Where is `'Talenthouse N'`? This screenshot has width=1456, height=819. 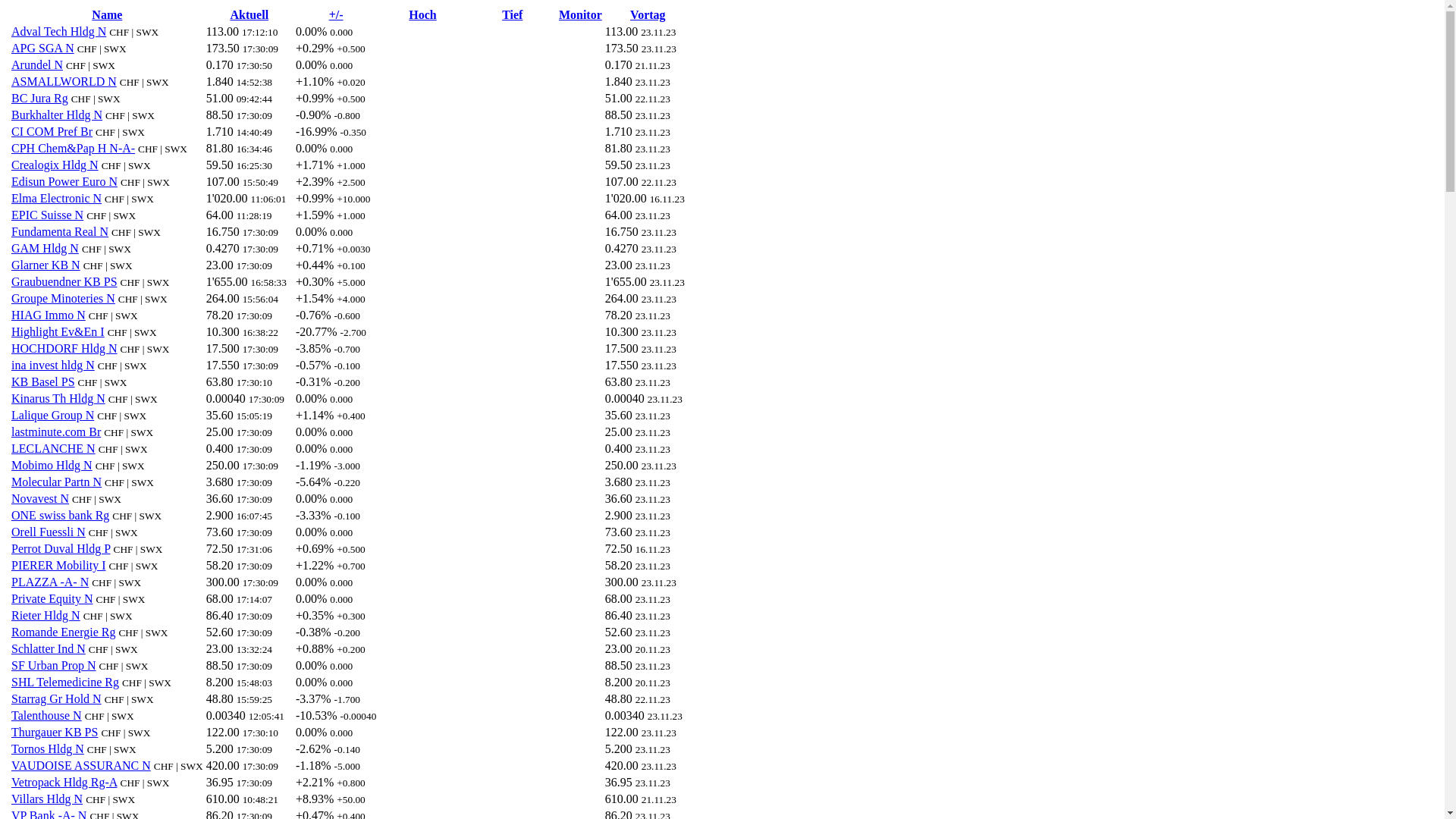 'Talenthouse N' is located at coordinates (11, 715).